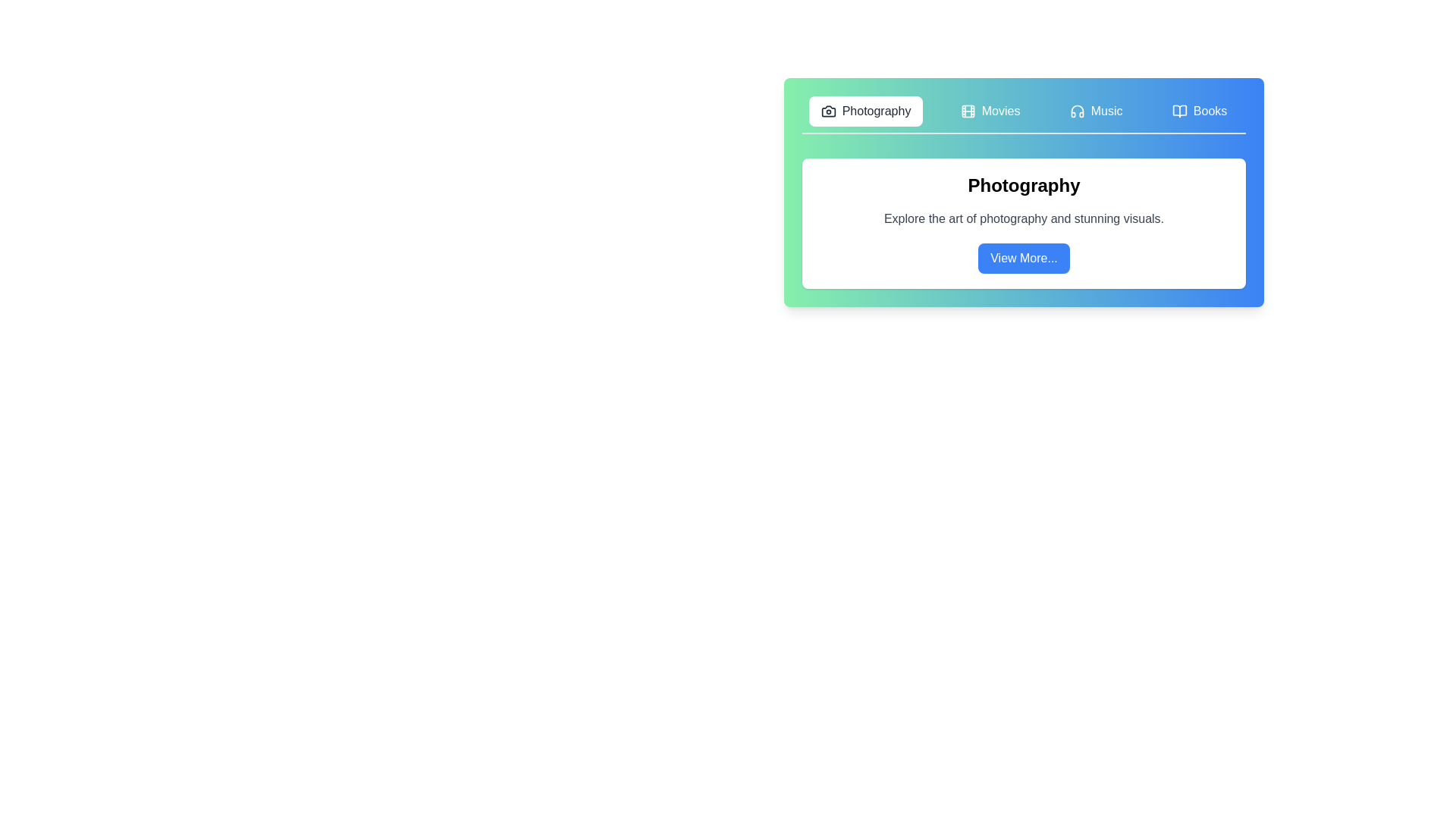 The width and height of the screenshot is (1456, 819). I want to click on the Photography tab to view its content, so click(866, 110).